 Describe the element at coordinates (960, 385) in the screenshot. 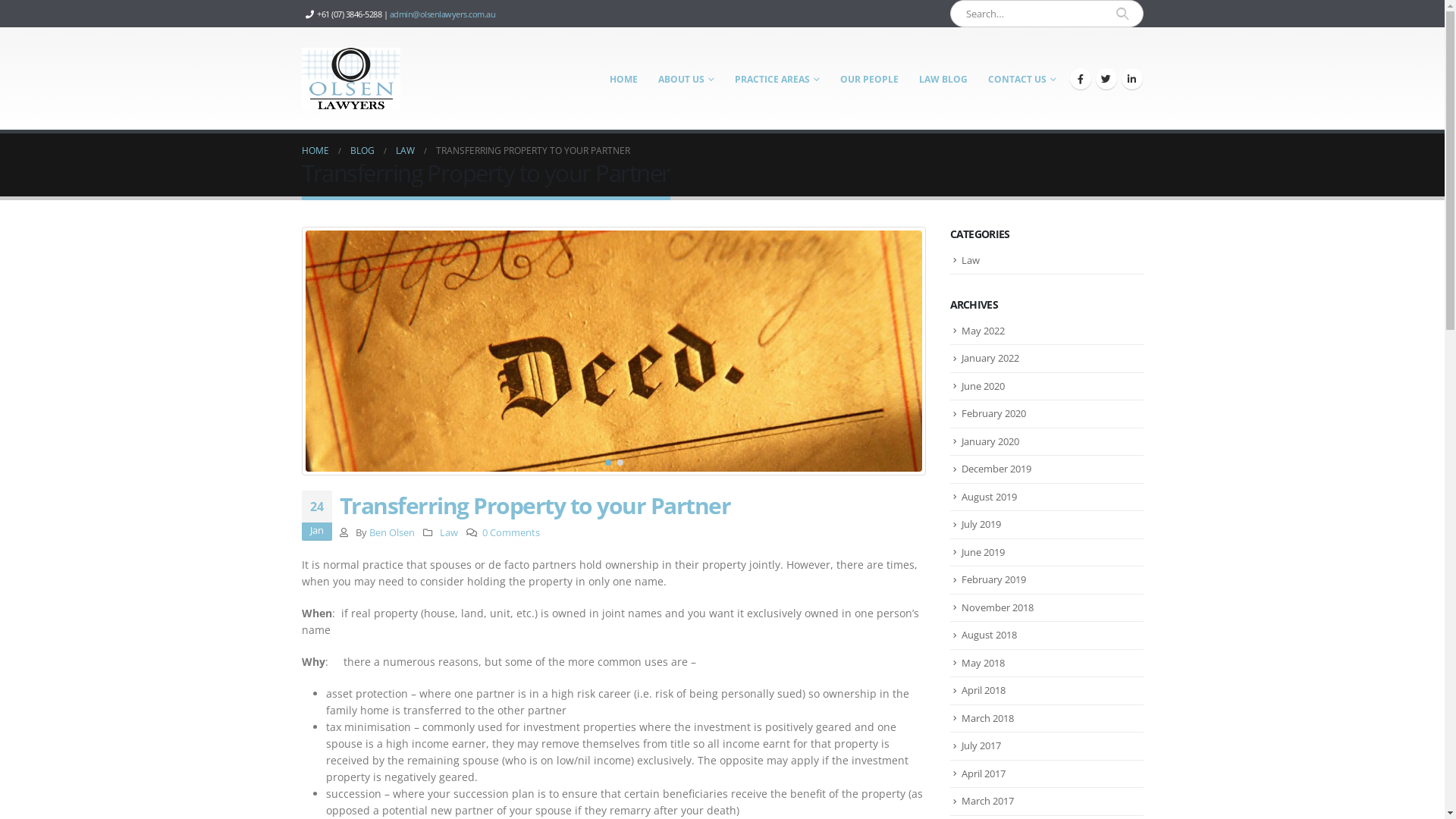

I see `'June 2020'` at that location.